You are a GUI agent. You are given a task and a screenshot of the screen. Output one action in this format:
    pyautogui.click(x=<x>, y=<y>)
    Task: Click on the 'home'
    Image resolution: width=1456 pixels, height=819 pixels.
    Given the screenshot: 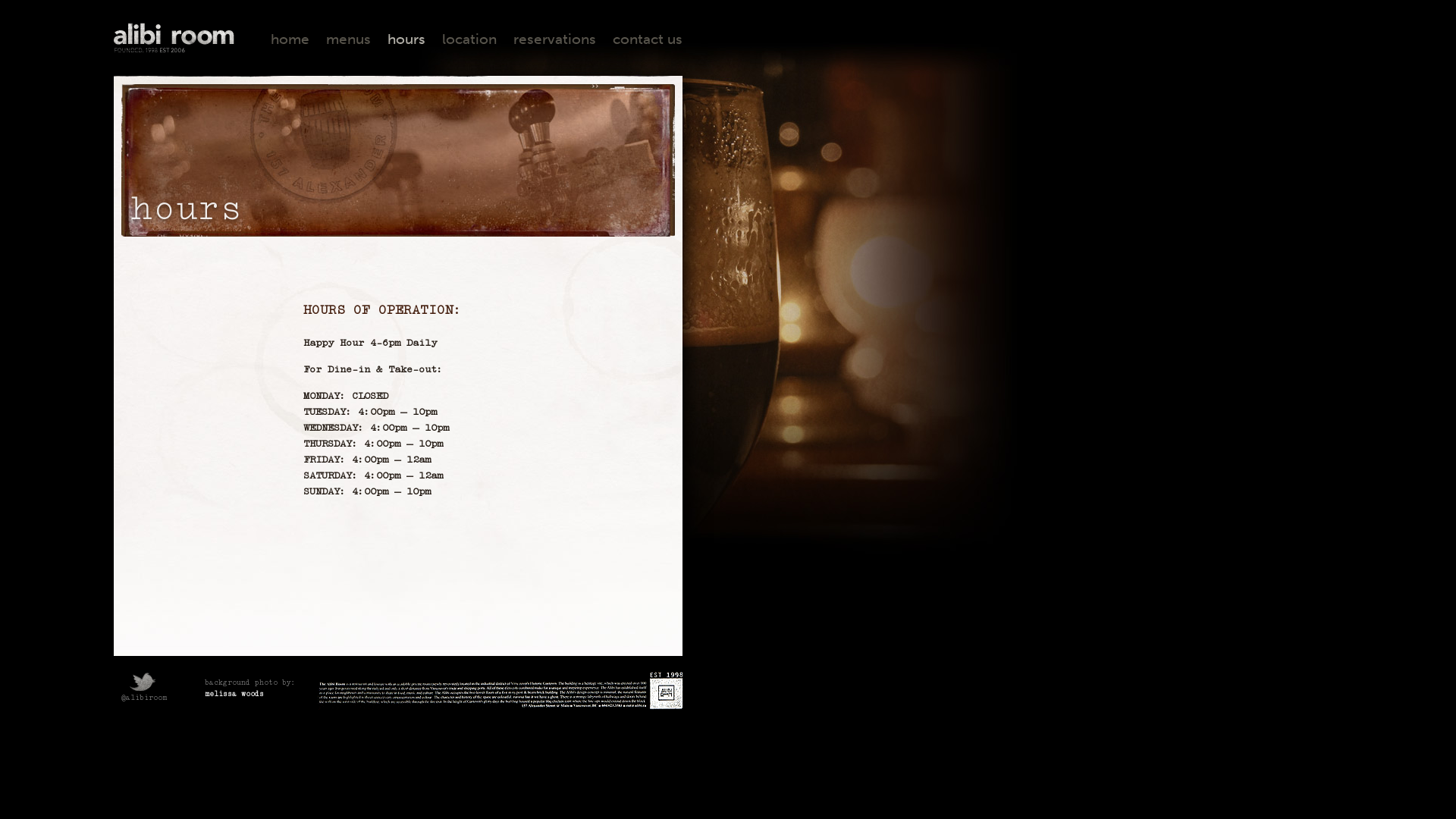 What is the action you would take?
    pyautogui.click(x=290, y=38)
    